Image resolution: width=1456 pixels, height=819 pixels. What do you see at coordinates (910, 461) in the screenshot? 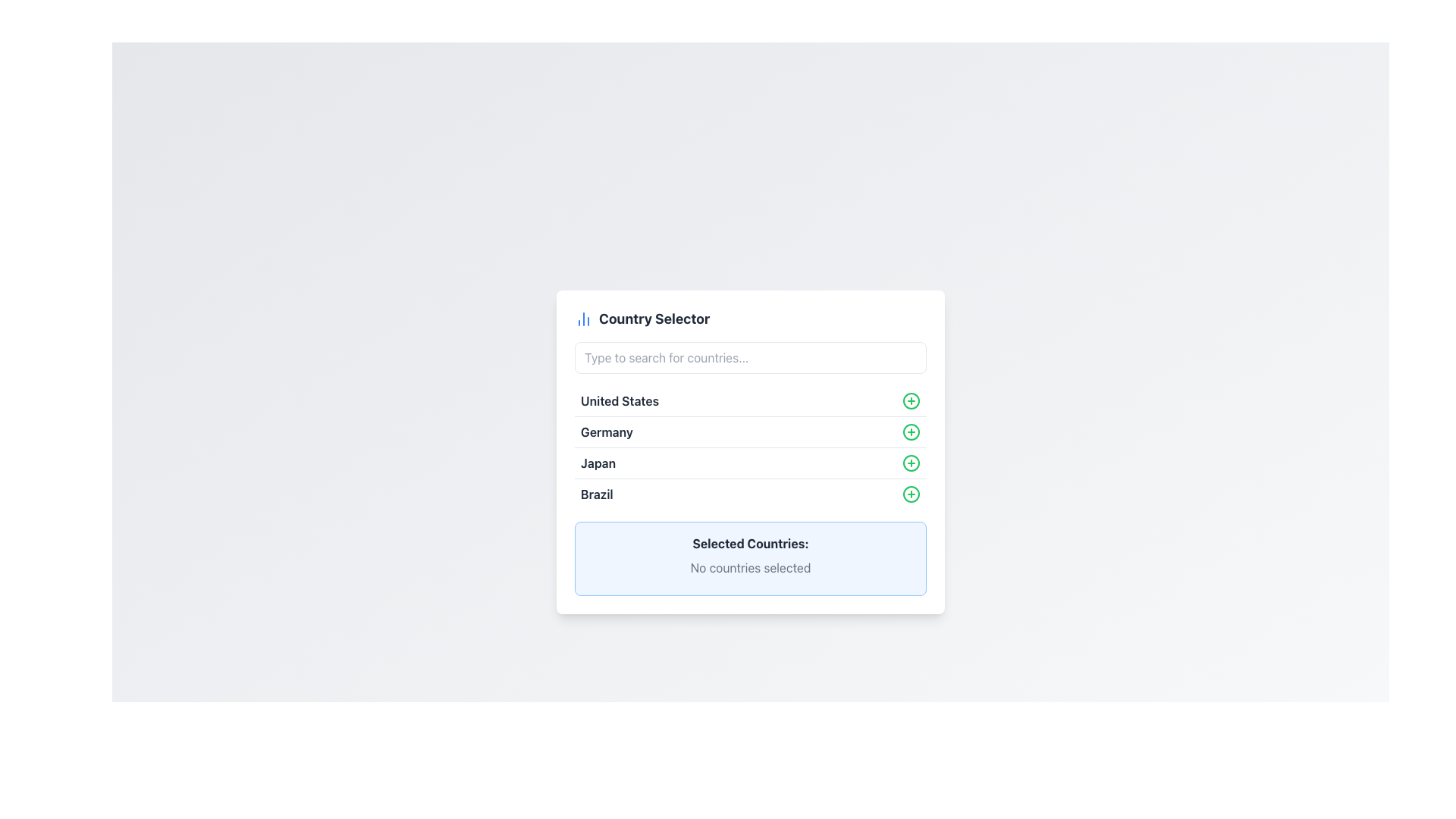
I see `the button that allows users to add 'Japan' to a selected list, positioned to the far right of the row labeled 'Japan'` at bounding box center [910, 461].